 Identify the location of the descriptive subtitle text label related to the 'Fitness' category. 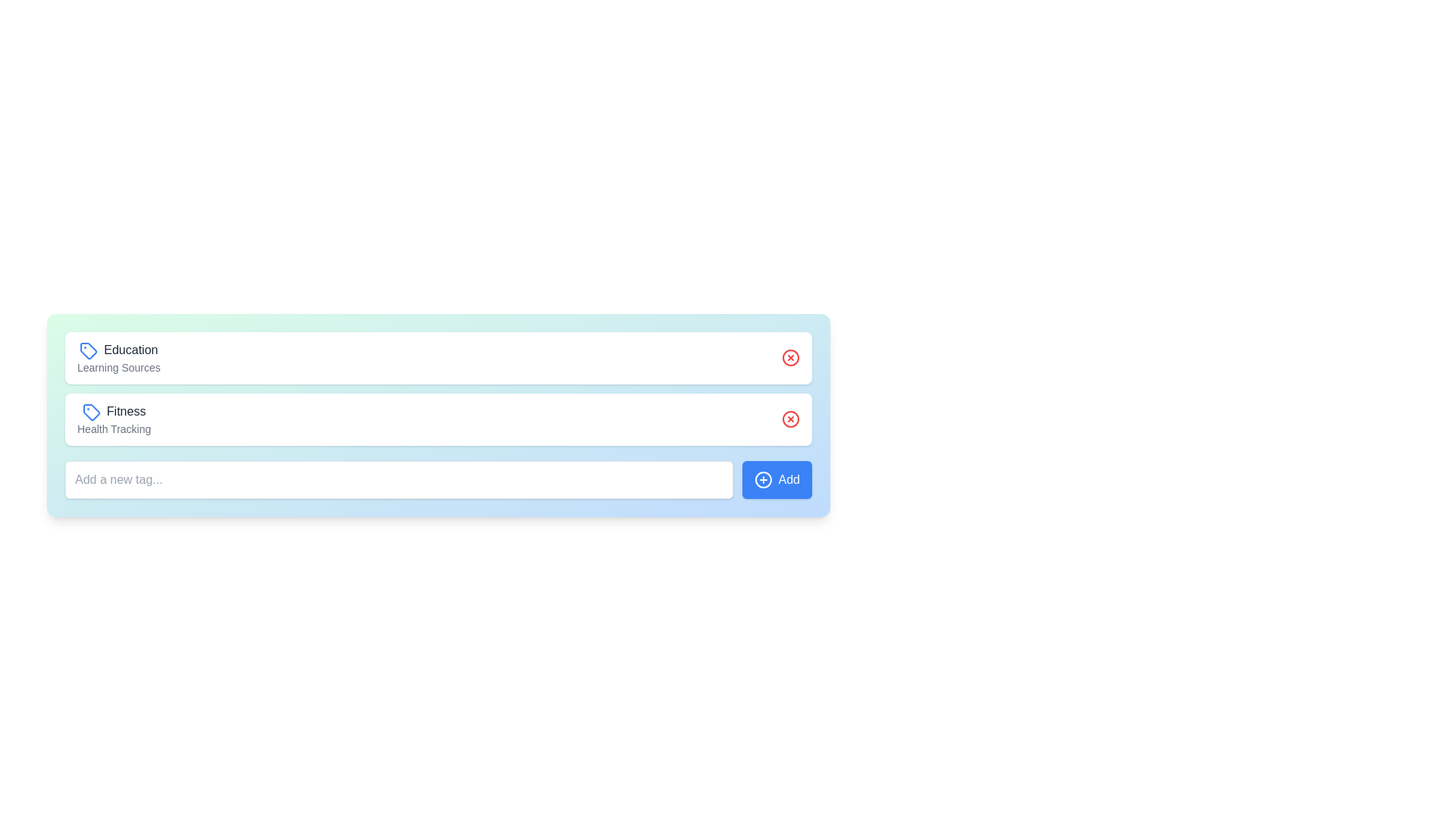
(113, 428).